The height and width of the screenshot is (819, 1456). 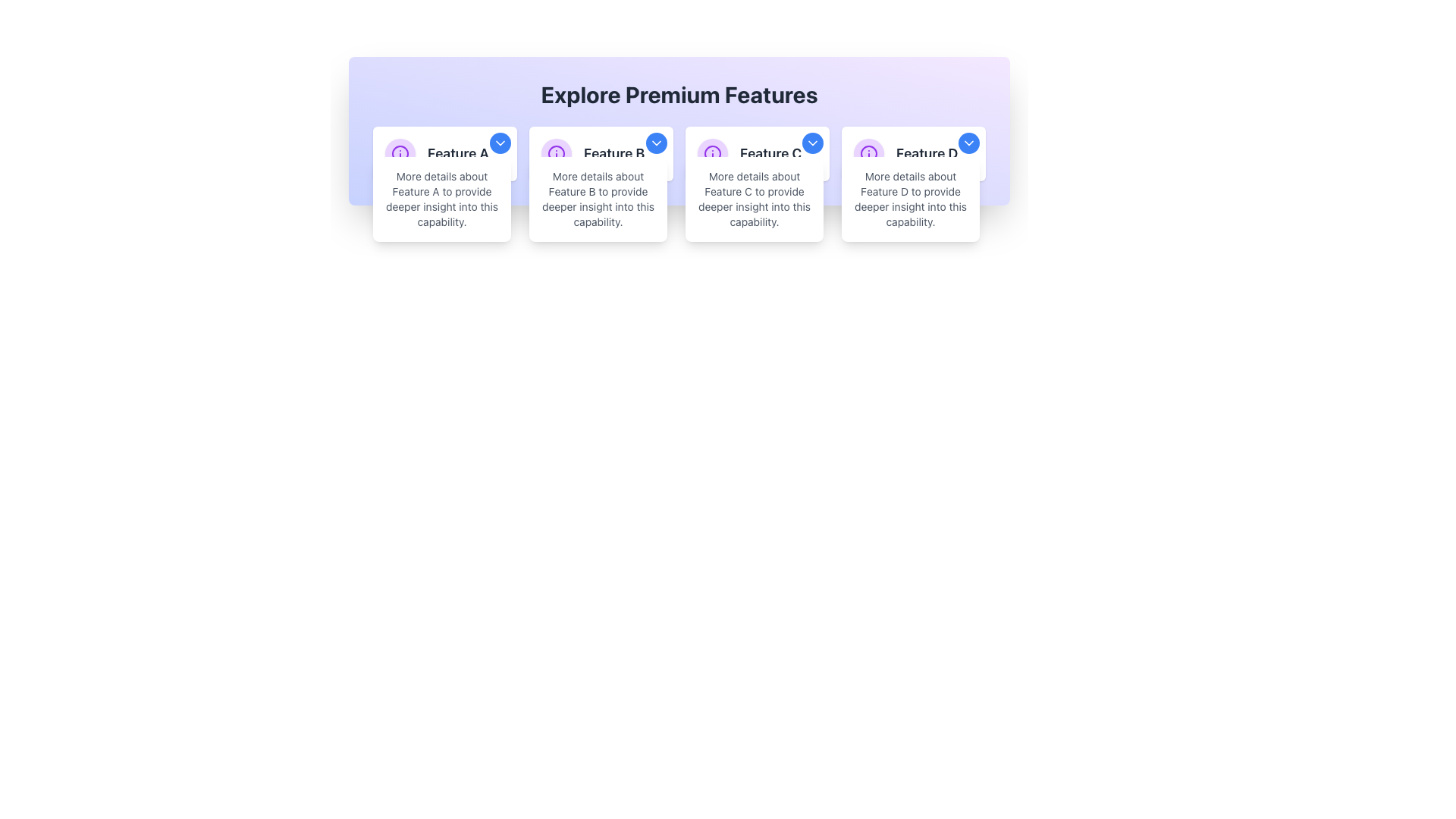 What do you see at coordinates (968, 143) in the screenshot?
I see `the smaller circular button with a blue background and white downward-facing chevron icon located at the top-right corner of the card labeled 'Feature D'` at bounding box center [968, 143].